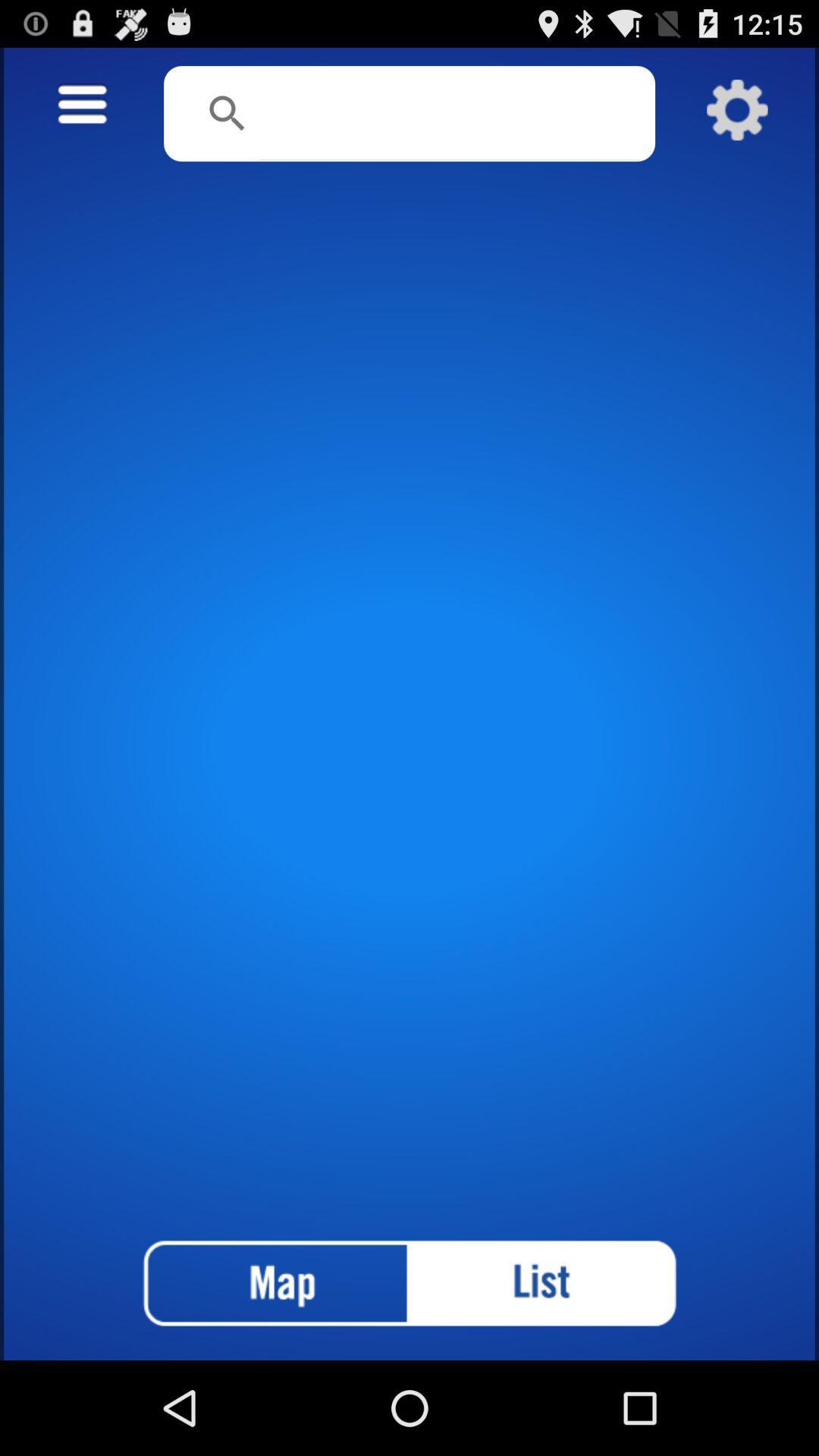 Image resolution: width=819 pixels, height=1456 pixels. Describe the element at coordinates (262, 1373) in the screenshot. I see `the national_flag icon` at that location.